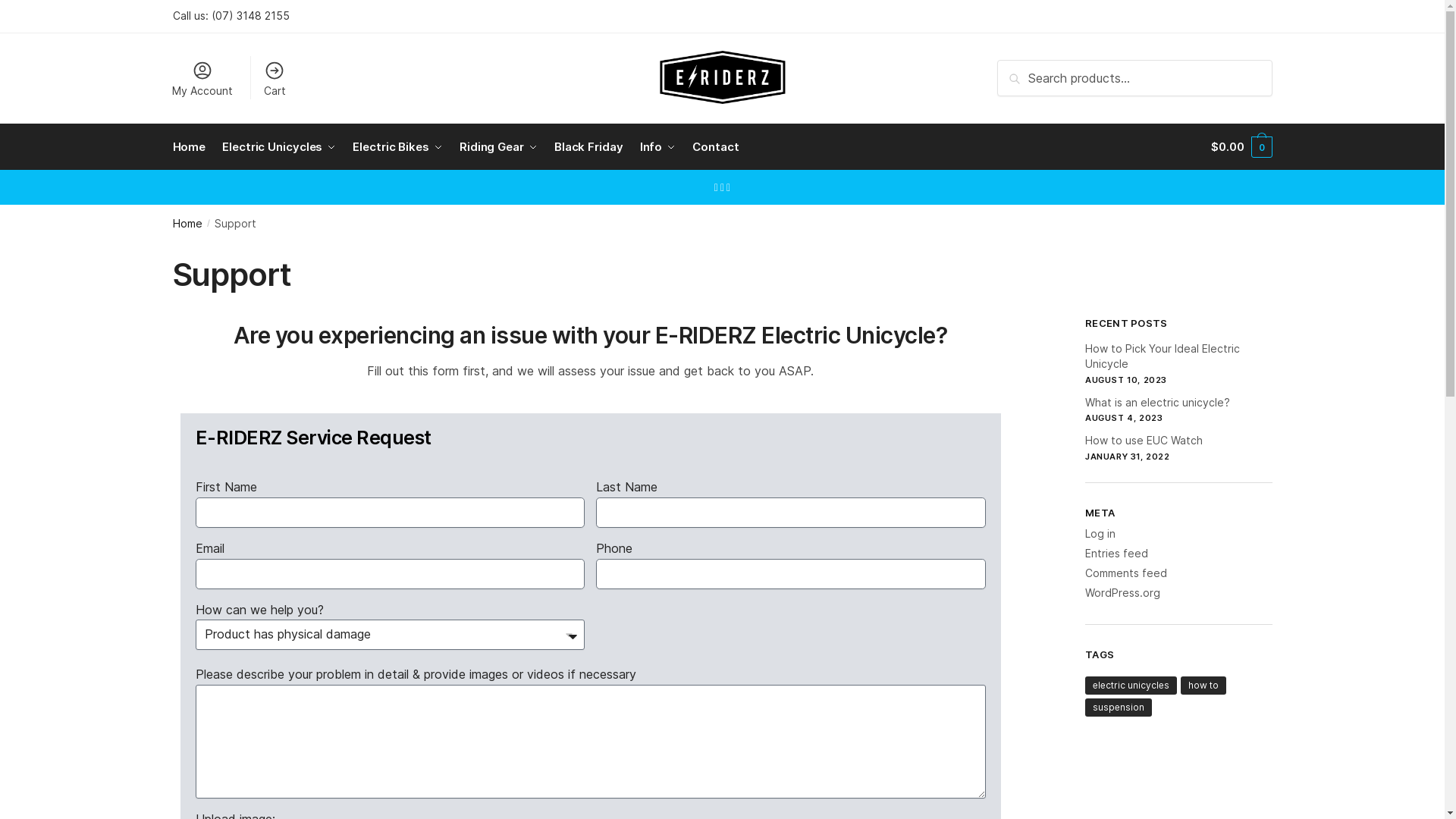  What do you see at coordinates (1084, 532) in the screenshot?
I see `'Log in'` at bounding box center [1084, 532].